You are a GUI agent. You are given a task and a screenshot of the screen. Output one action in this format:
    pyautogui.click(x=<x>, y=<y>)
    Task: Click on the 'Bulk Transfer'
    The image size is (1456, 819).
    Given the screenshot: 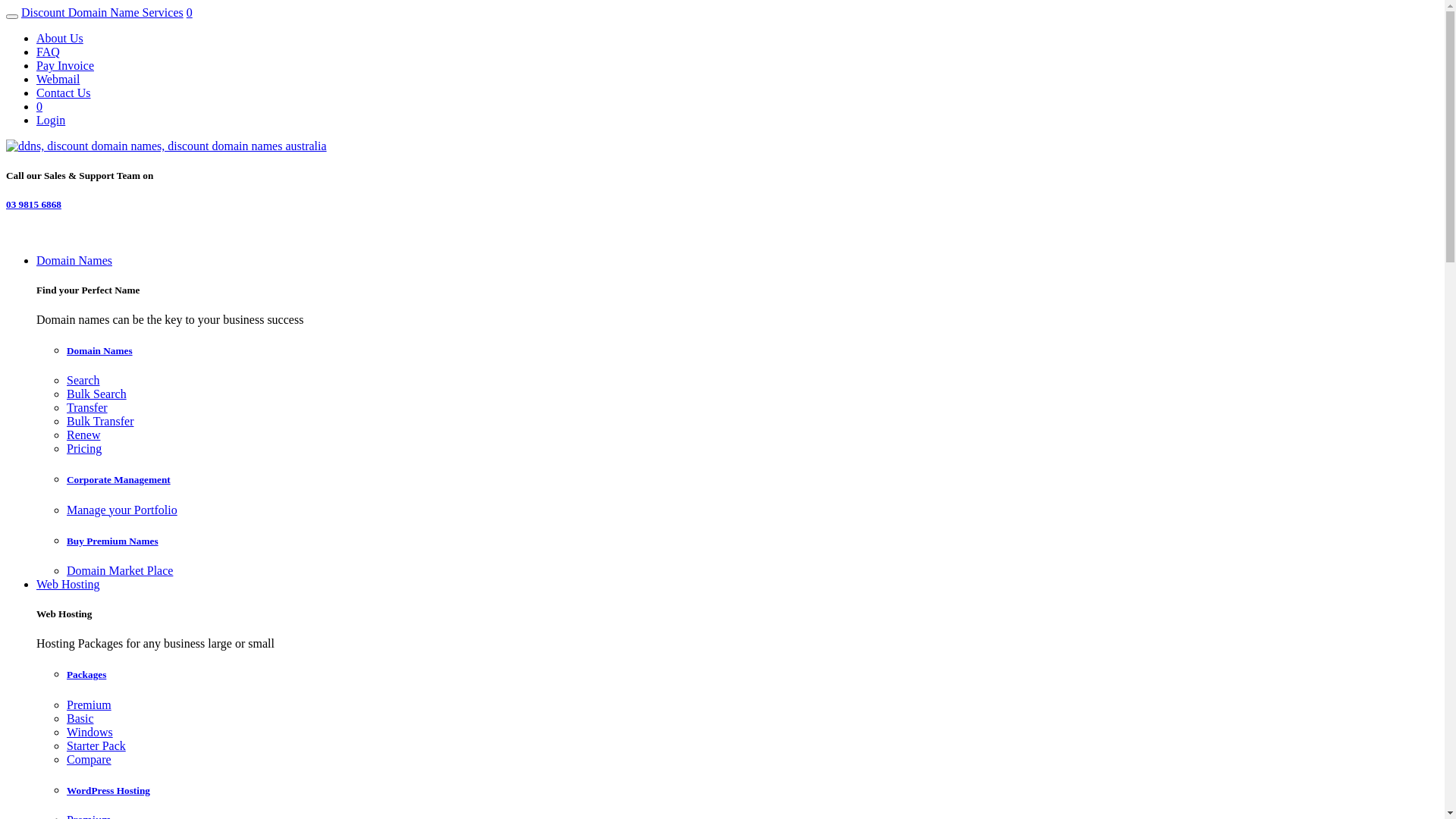 What is the action you would take?
    pyautogui.click(x=99, y=421)
    